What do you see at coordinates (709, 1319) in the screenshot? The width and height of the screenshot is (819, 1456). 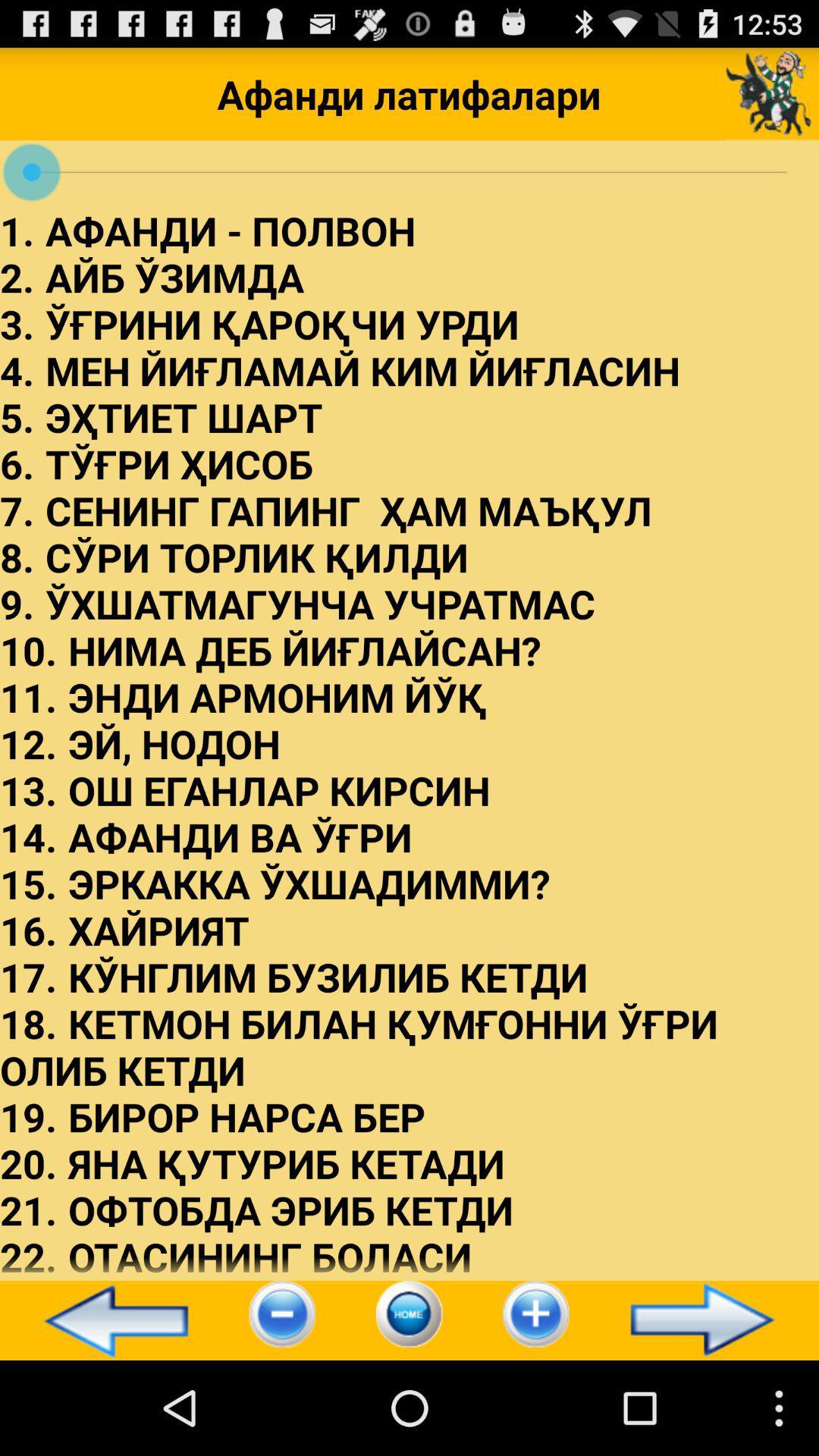 I see `the icon at the bottom right corner` at bounding box center [709, 1319].